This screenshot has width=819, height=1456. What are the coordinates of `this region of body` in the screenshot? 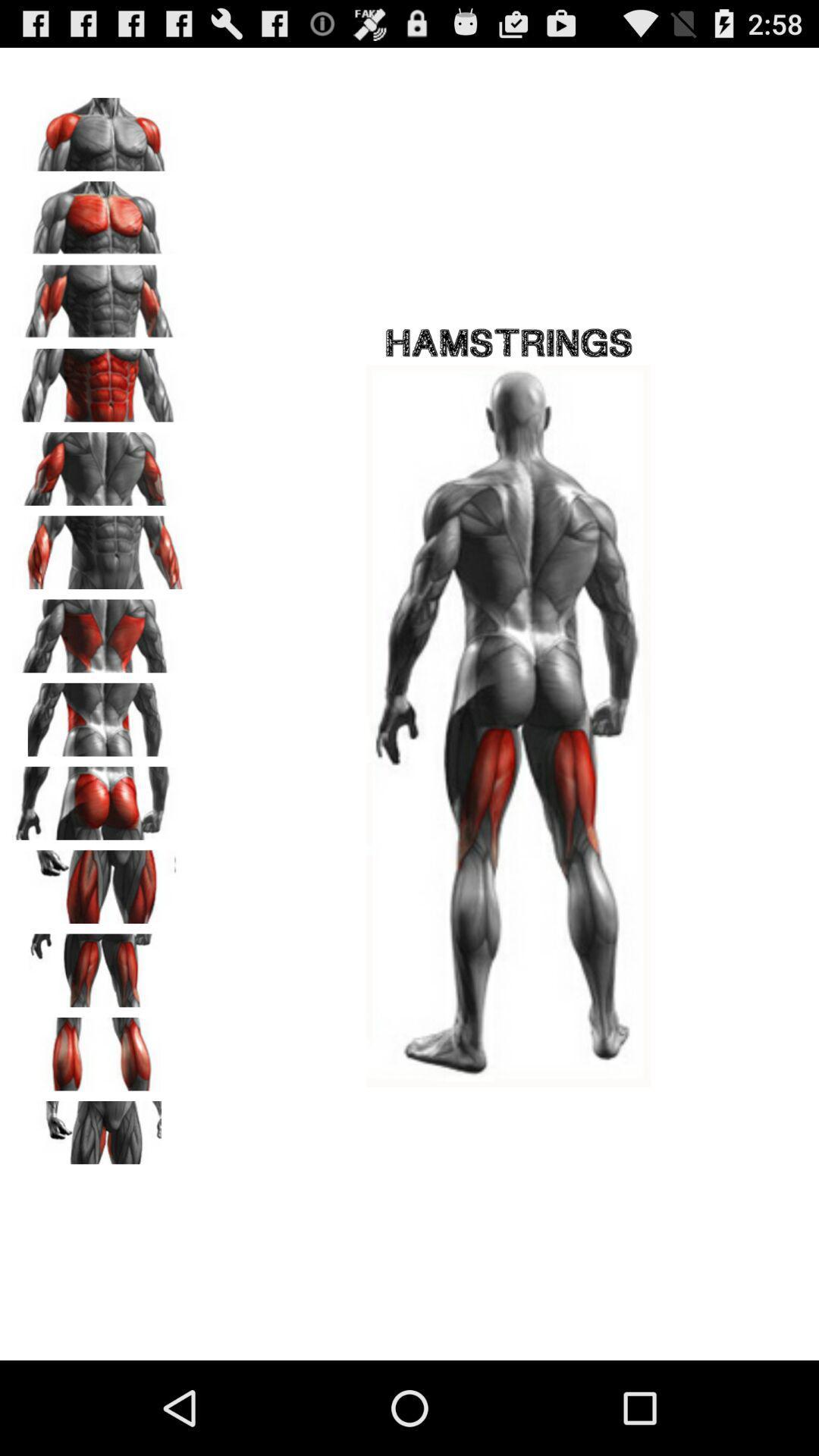 It's located at (99, 1132).